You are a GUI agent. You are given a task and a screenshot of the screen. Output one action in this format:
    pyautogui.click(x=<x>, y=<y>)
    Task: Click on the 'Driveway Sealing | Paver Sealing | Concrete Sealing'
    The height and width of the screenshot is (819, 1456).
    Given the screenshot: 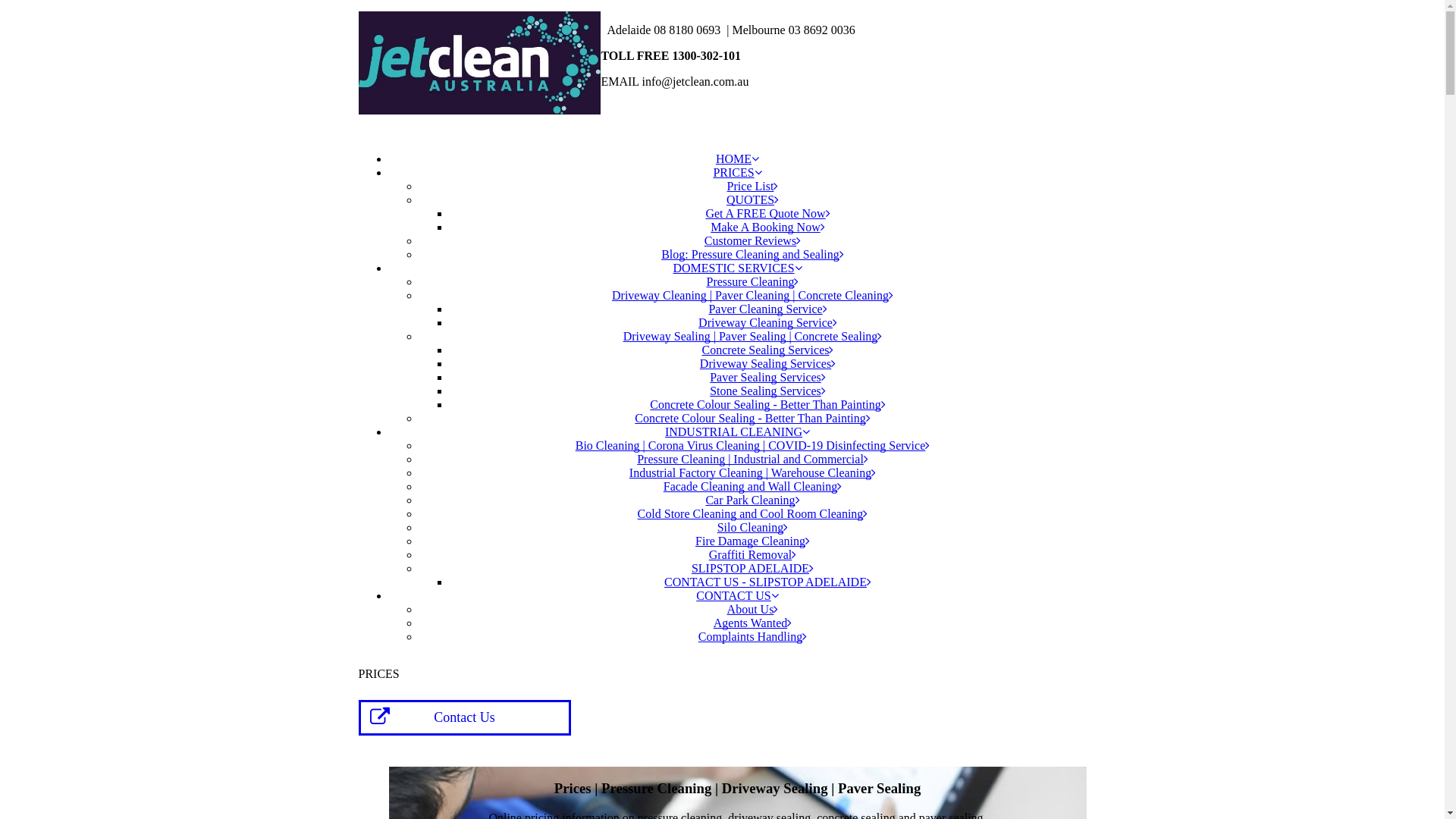 What is the action you would take?
    pyautogui.click(x=753, y=335)
    